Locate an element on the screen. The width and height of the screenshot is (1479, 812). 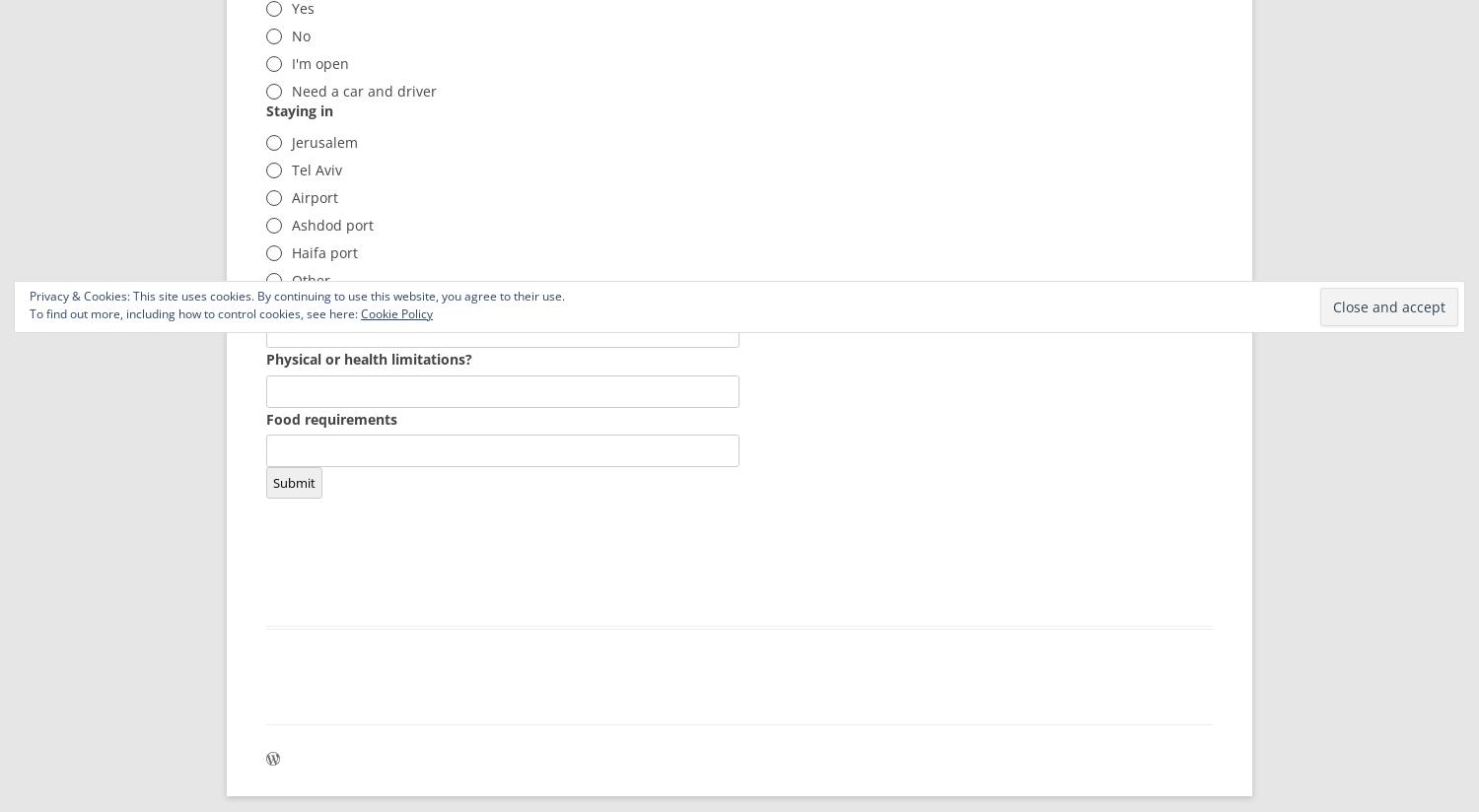
'Physical or health limitations?' is located at coordinates (266, 358).